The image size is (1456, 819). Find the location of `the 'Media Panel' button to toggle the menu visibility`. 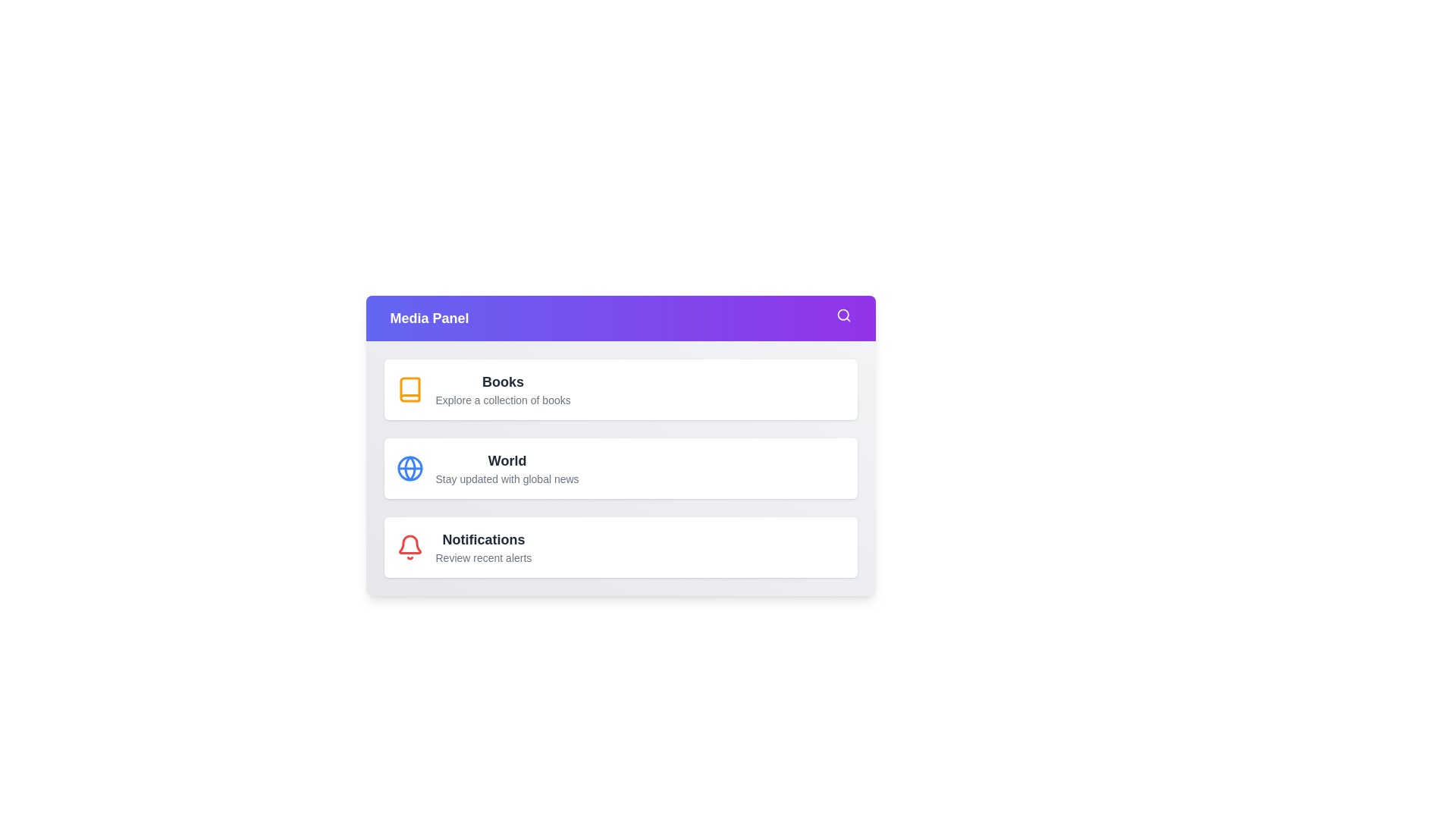

the 'Media Panel' button to toggle the menu visibility is located at coordinates (620, 318).